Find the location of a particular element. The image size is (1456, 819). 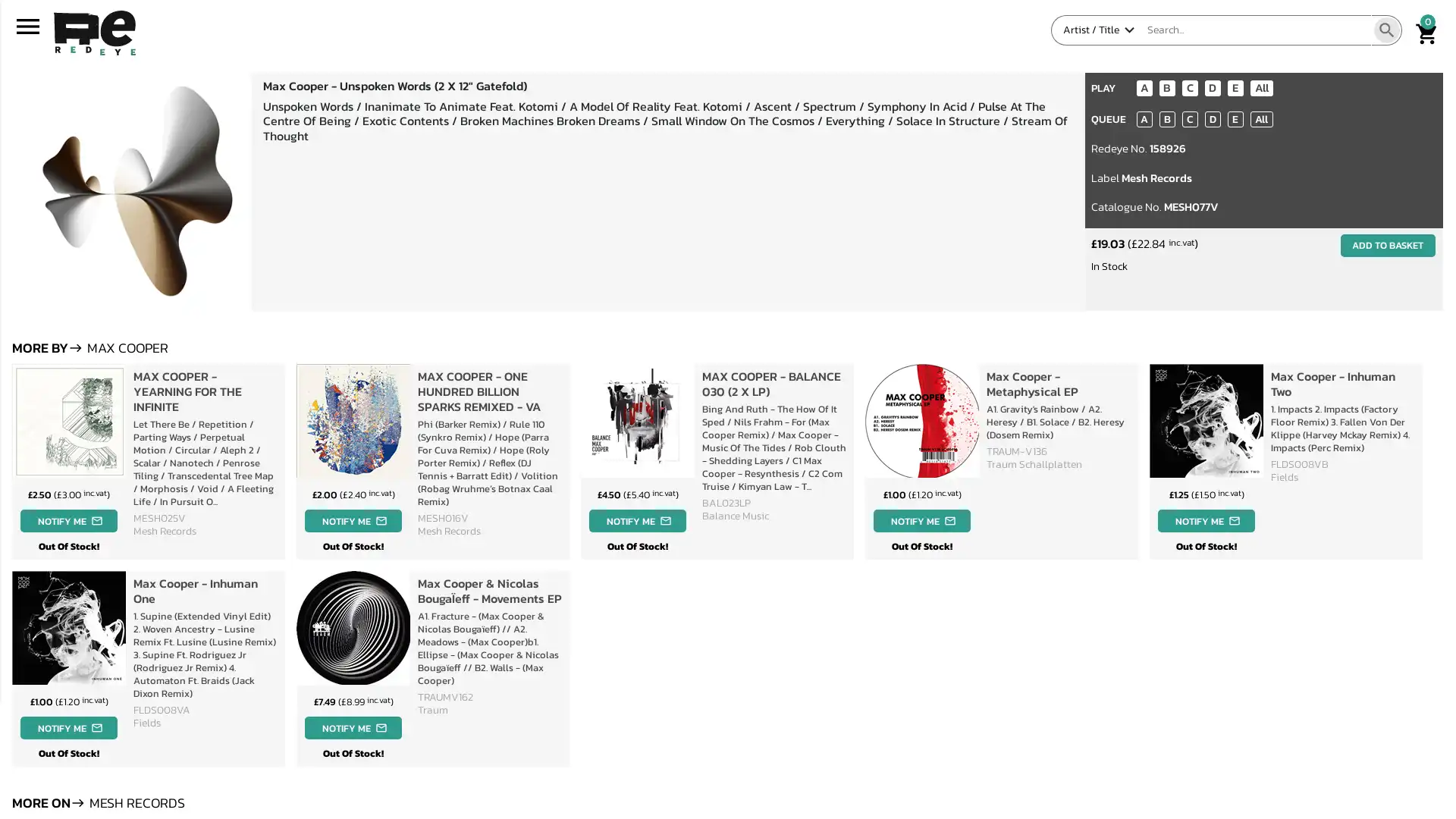

NOTIFY ME mail_outline is located at coordinates (1205, 519).